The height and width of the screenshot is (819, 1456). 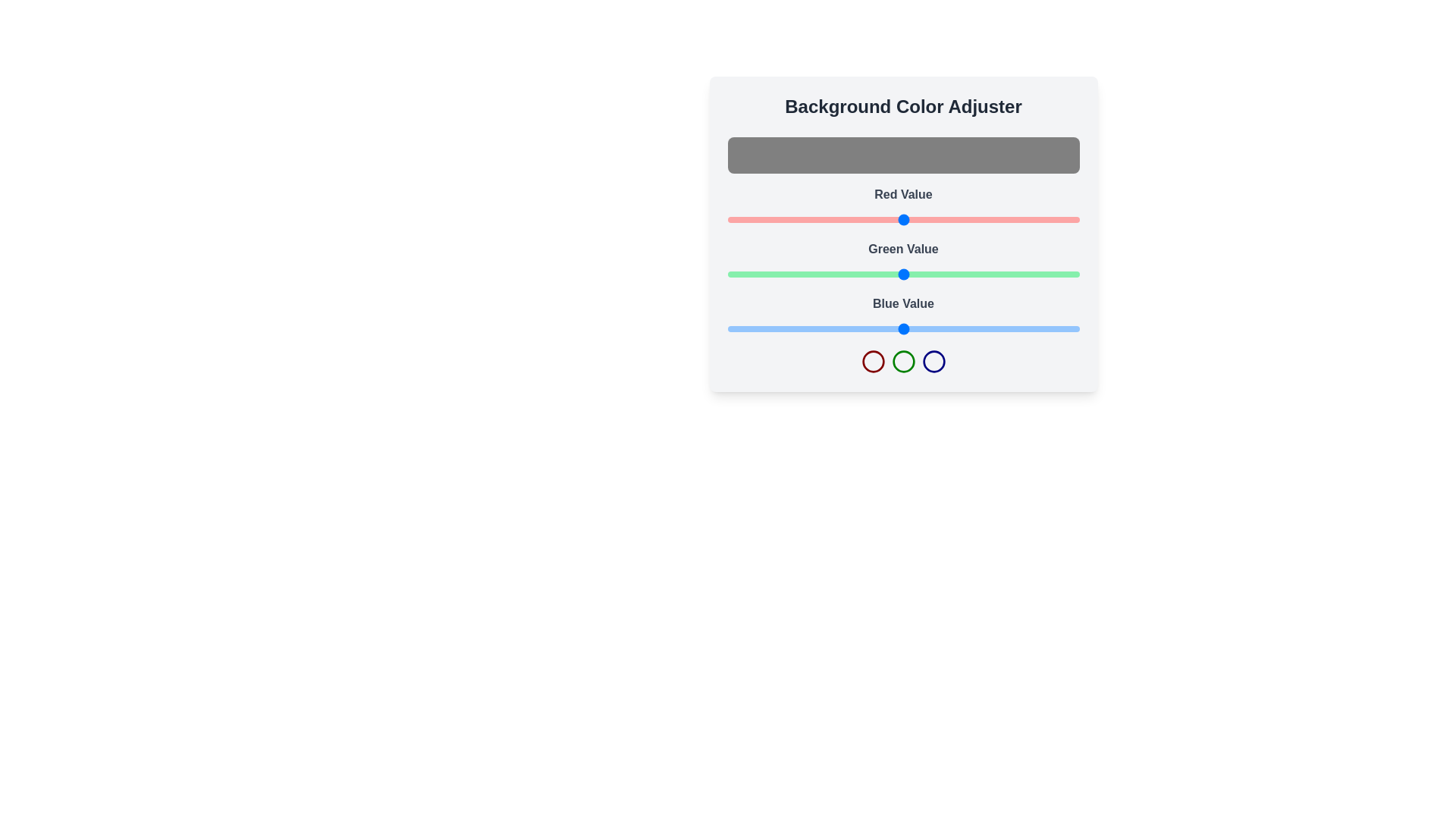 I want to click on the blue slider to set the blue value to 59, so click(x=808, y=328).